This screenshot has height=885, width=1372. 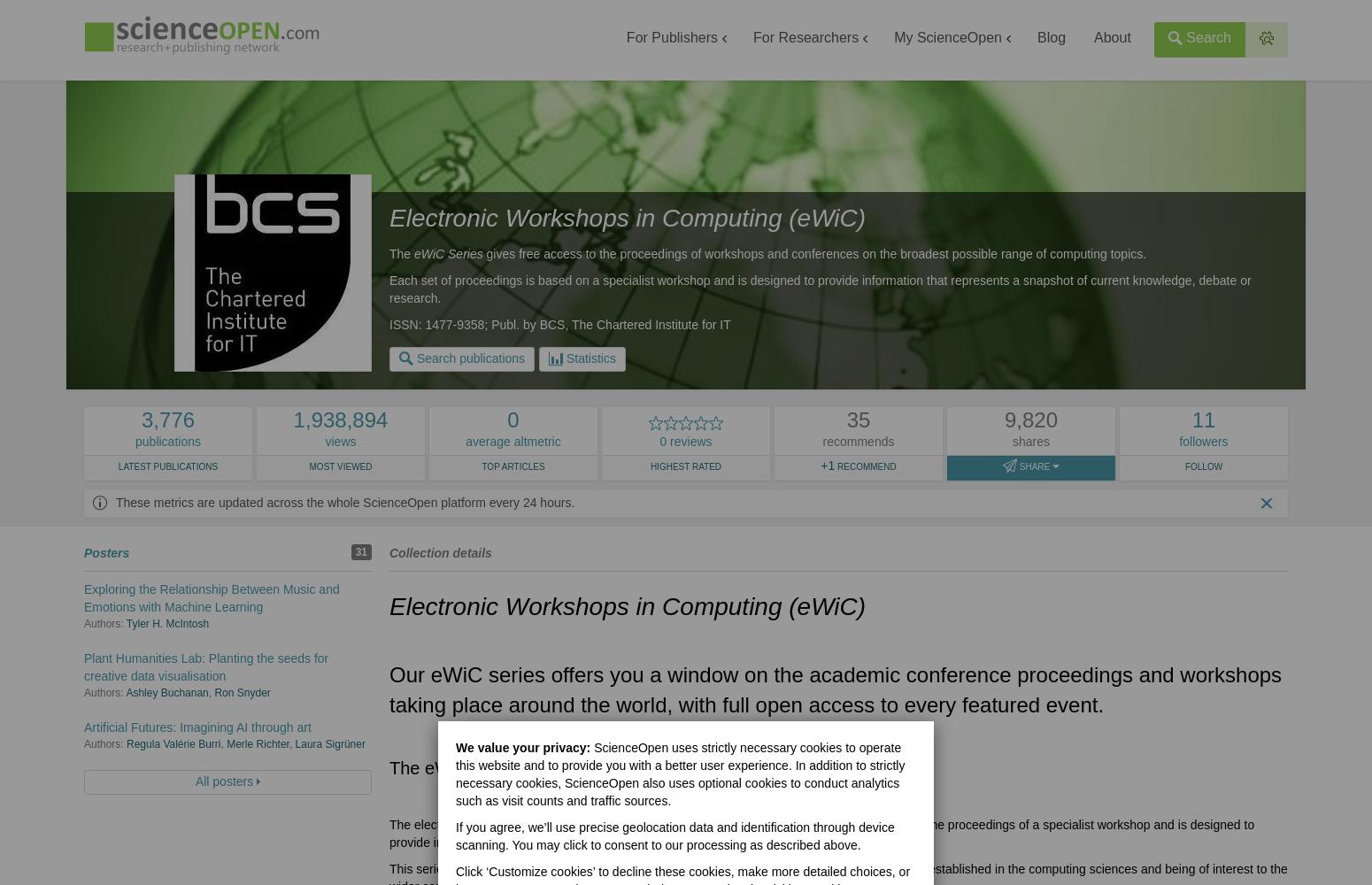 What do you see at coordinates (1203, 441) in the screenshot?
I see `'followers'` at bounding box center [1203, 441].